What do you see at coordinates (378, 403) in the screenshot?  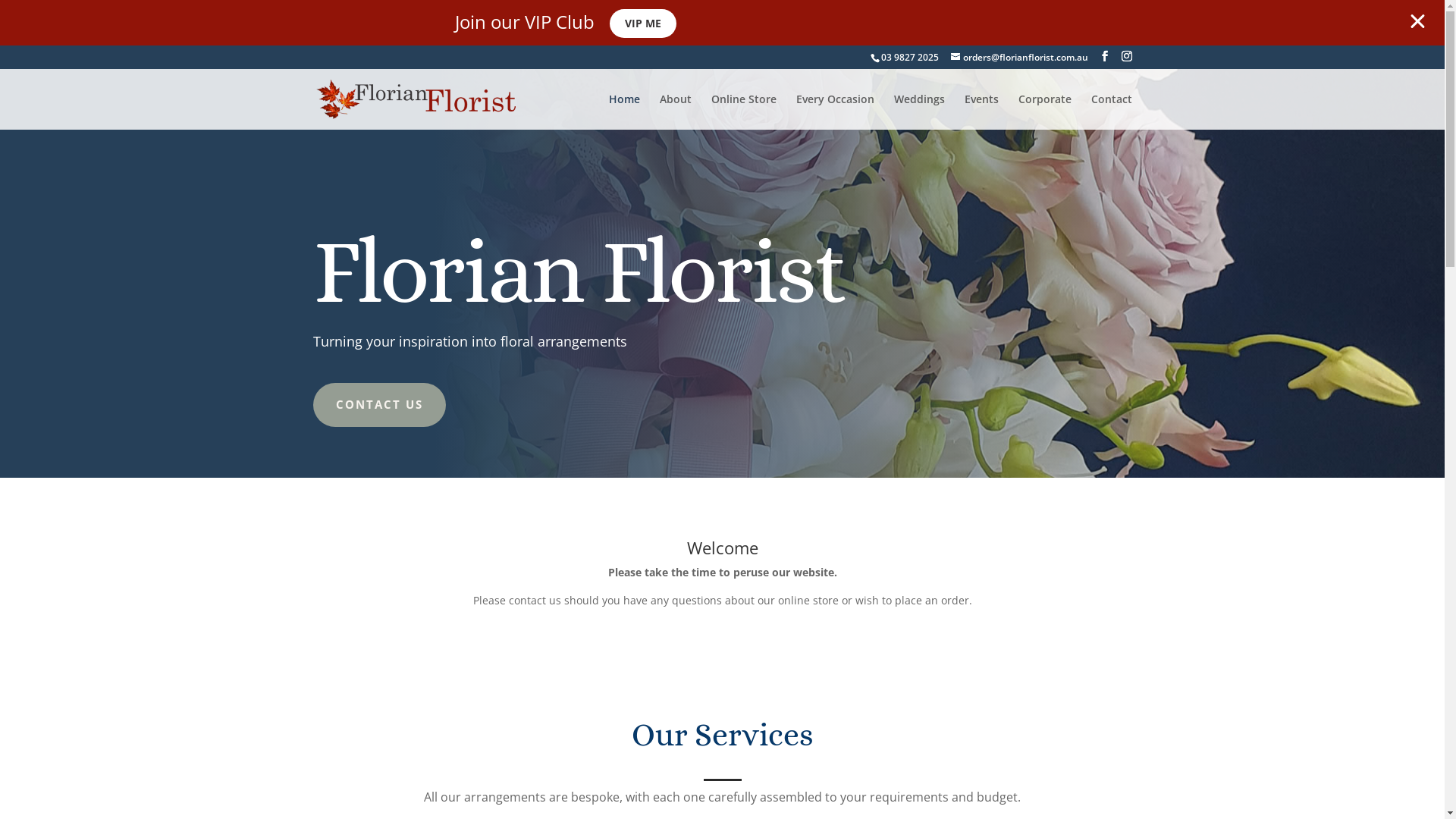 I see `'CONTACT US'` at bounding box center [378, 403].